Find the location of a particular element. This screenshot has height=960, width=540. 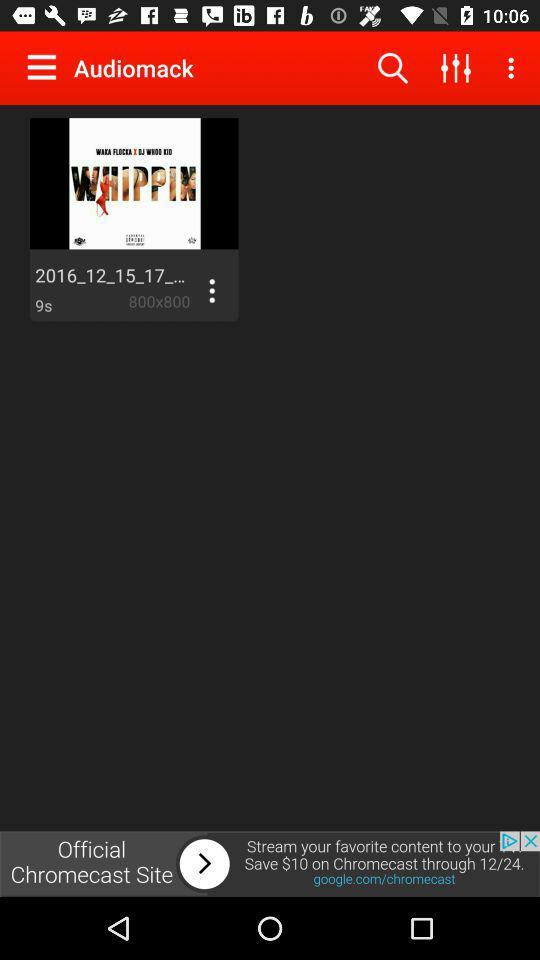

share a file is located at coordinates (210, 289).